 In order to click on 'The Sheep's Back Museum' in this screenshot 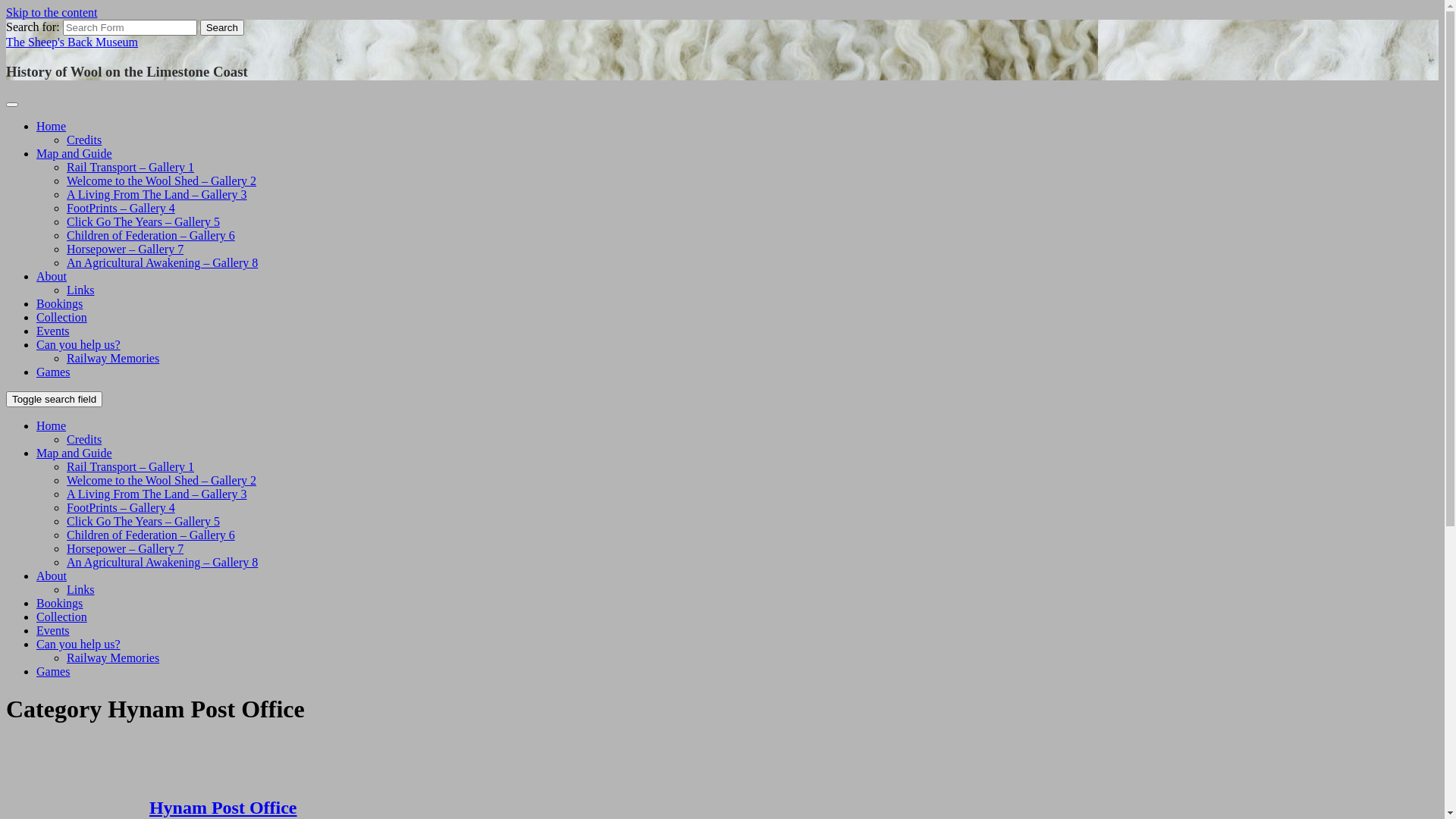, I will do `click(71, 41)`.